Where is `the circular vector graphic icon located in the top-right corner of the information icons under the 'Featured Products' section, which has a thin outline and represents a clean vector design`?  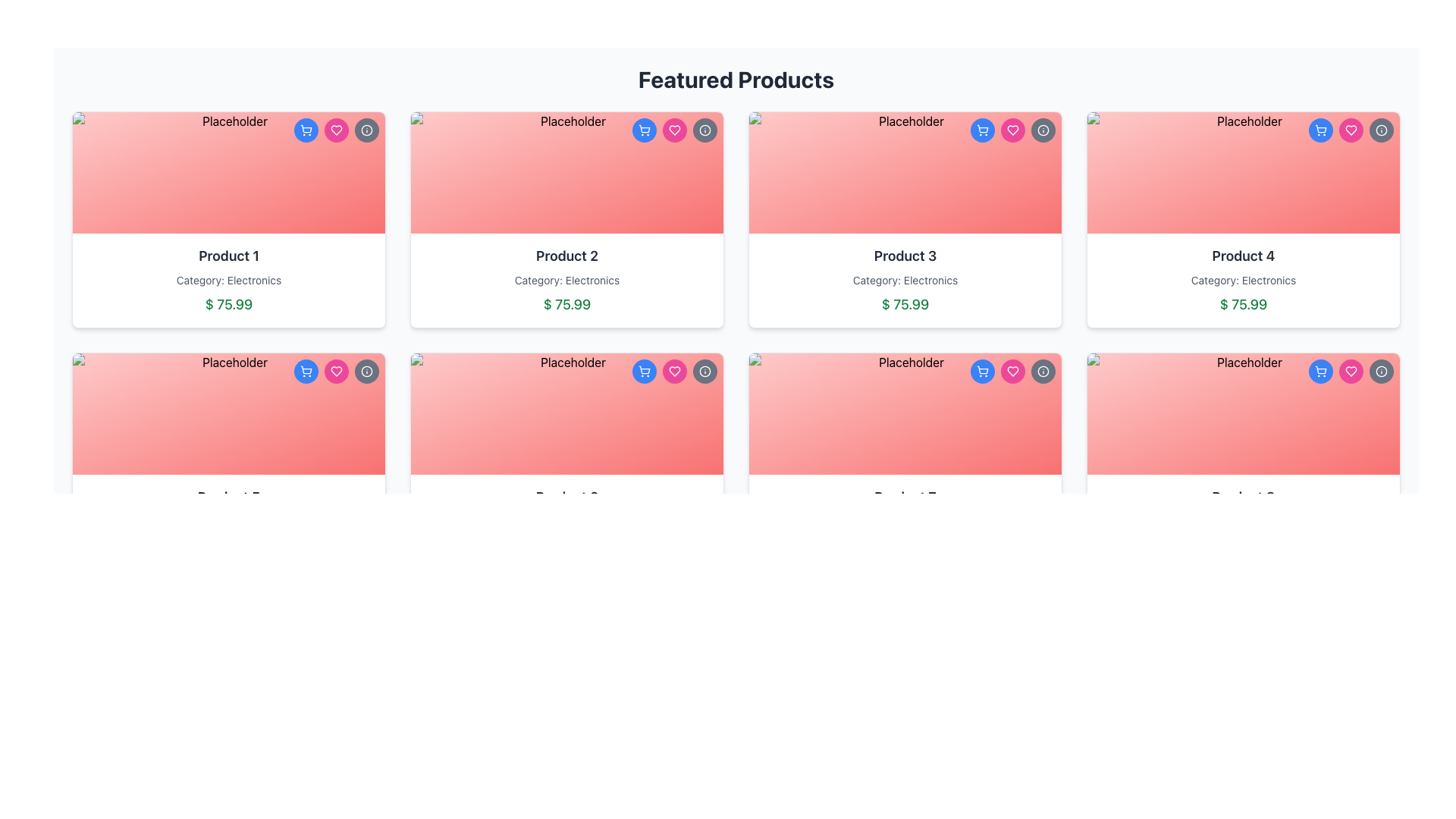
the circular vector graphic icon located in the top-right corner of the information icons under the 'Featured Products' section, which has a thin outline and represents a clean vector design is located at coordinates (1043, 130).